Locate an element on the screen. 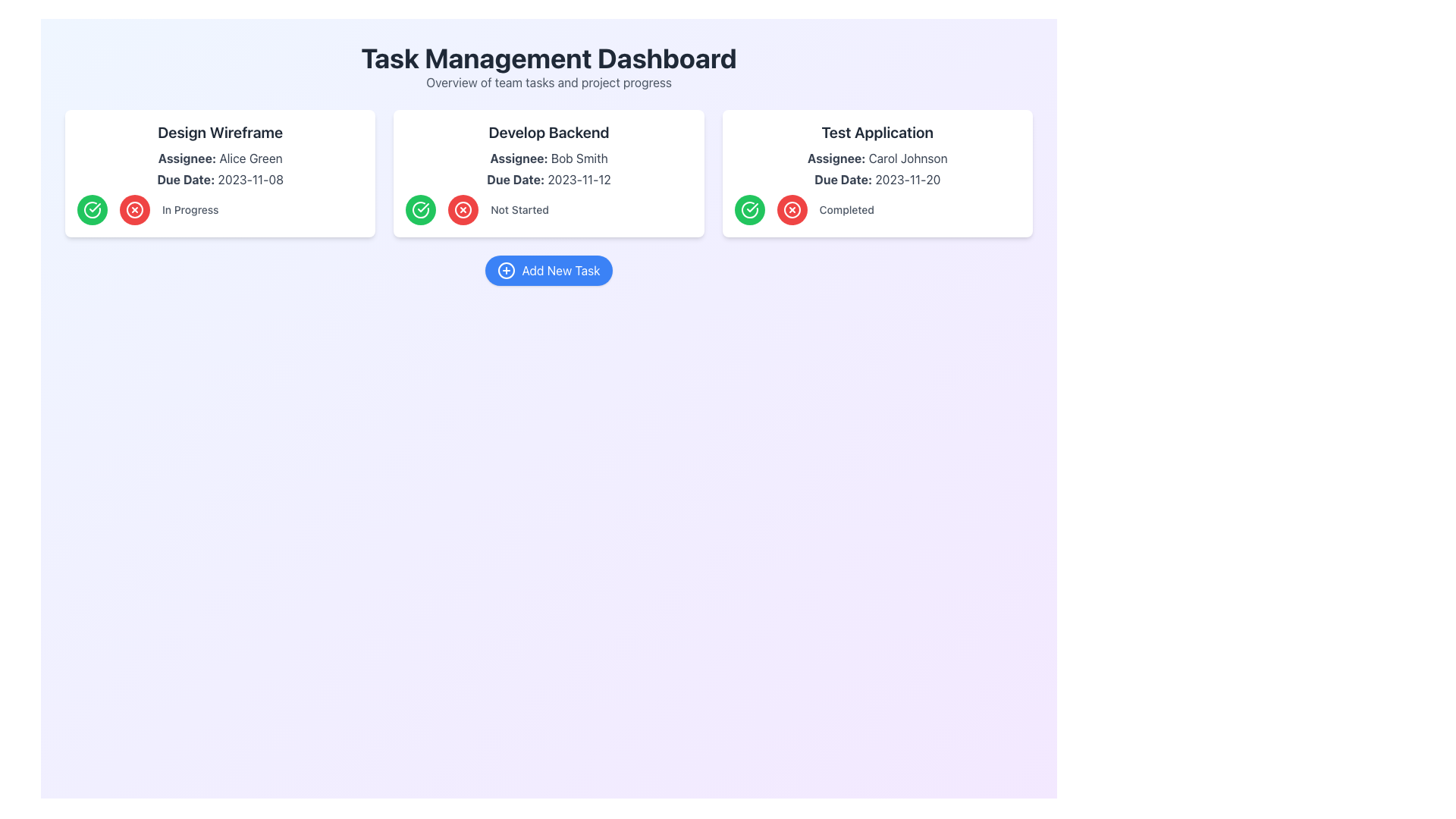  the 'Add New Task' button, which has a blue background, rounded edges, and a plus icon is located at coordinates (548, 270).